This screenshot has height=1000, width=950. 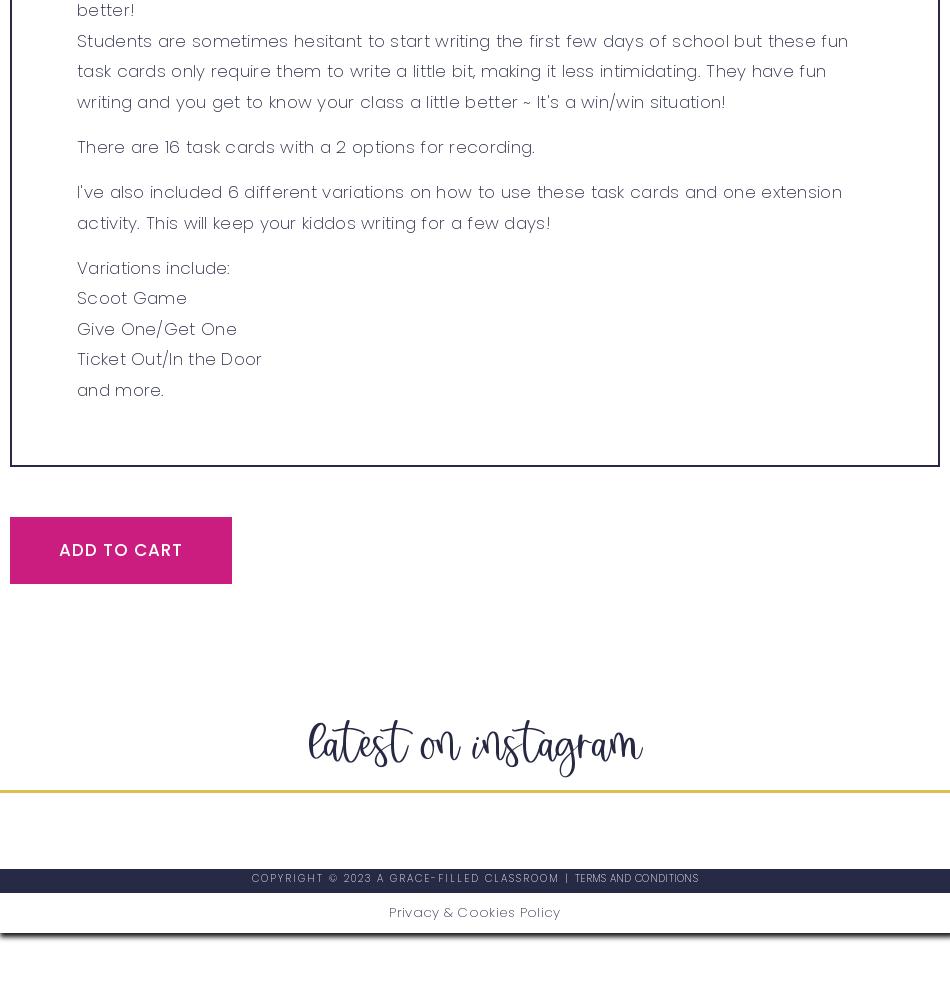 I want to click on 'Students are sometimes hesitant to start writing the first few days of school but these fun task cards only require them to write a little bit, making it less intimidating. They have fun writing and you get to know your class a little better ~ It's a win/win situation!', so click(x=77, y=69).